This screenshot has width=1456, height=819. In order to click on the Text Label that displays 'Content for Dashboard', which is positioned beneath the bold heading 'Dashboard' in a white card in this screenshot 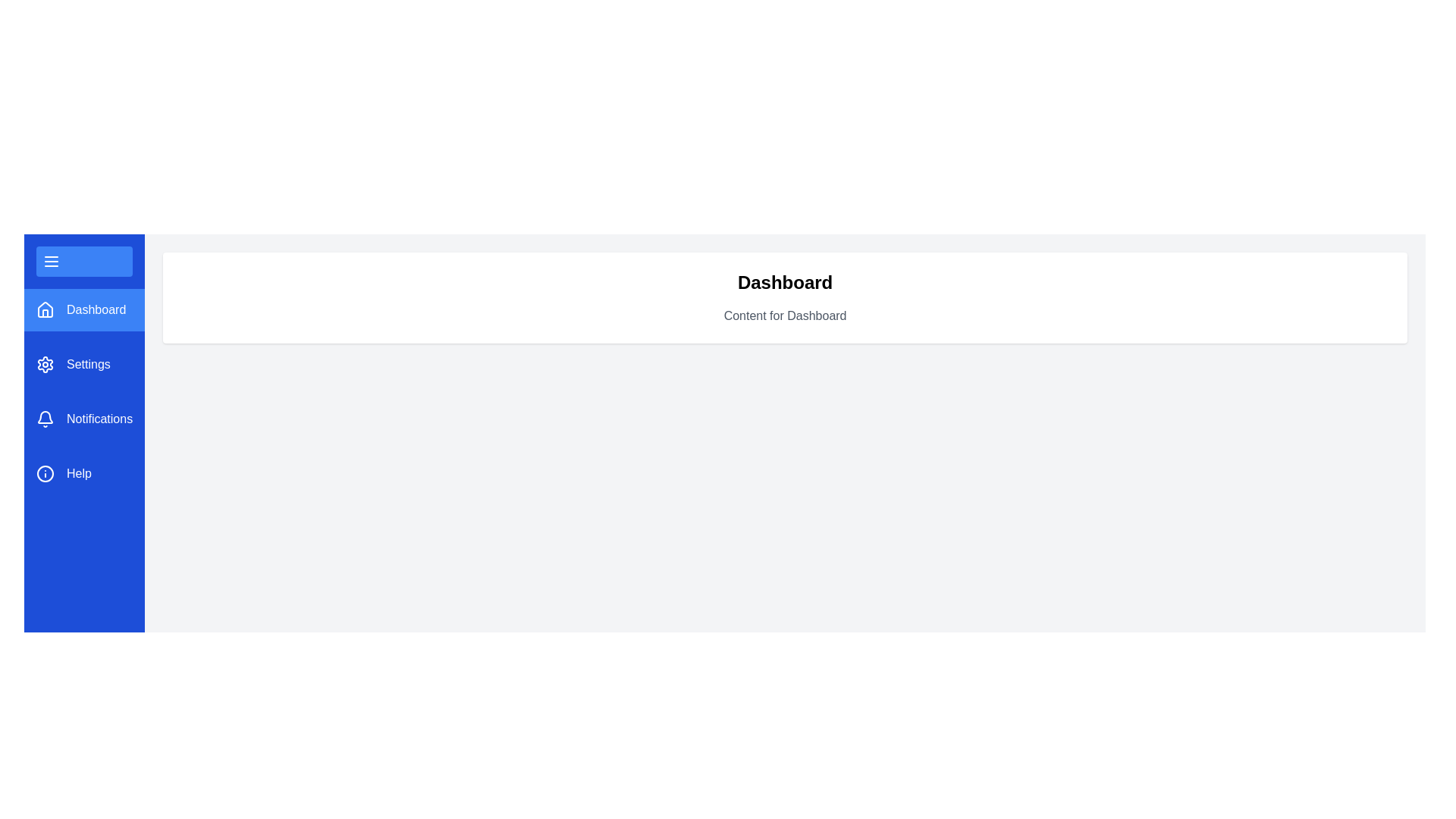, I will do `click(785, 315)`.